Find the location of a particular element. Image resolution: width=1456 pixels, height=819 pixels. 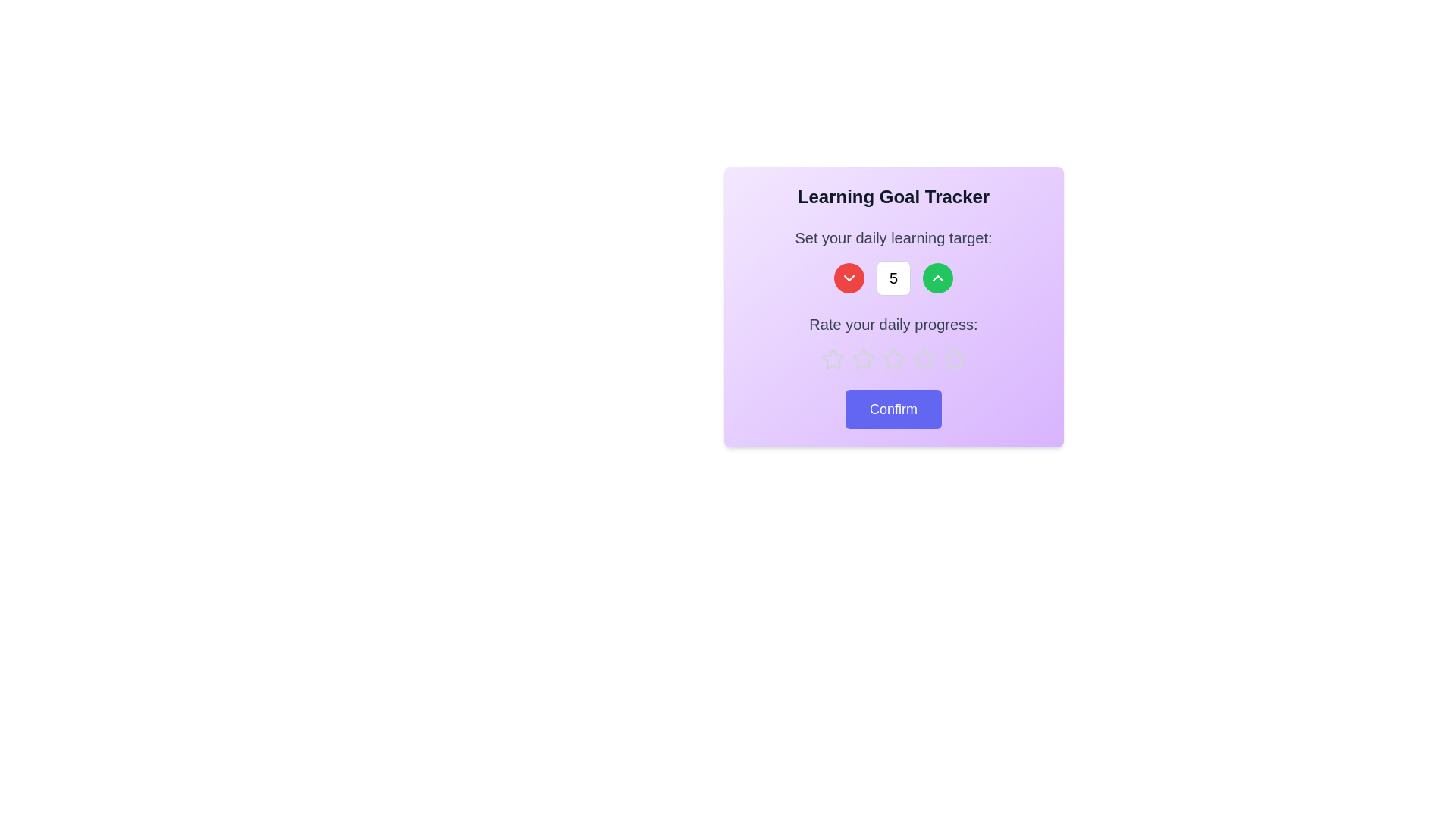

the circular green button with a white upward arrow, located to the right of the numeric value '5', to increment the value is located at coordinates (937, 278).